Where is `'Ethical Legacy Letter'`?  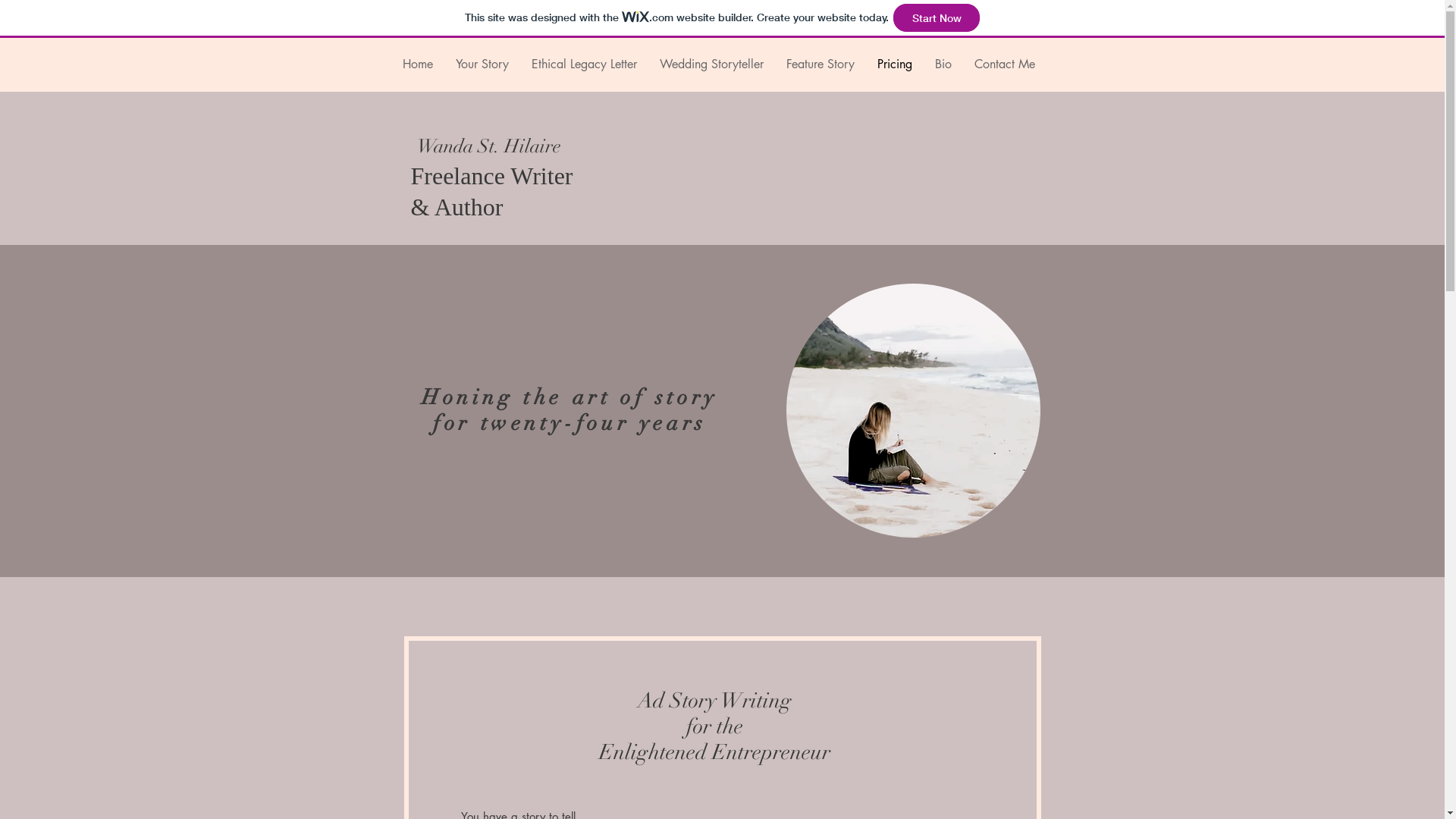 'Ethical Legacy Letter' is located at coordinates (583, 63).